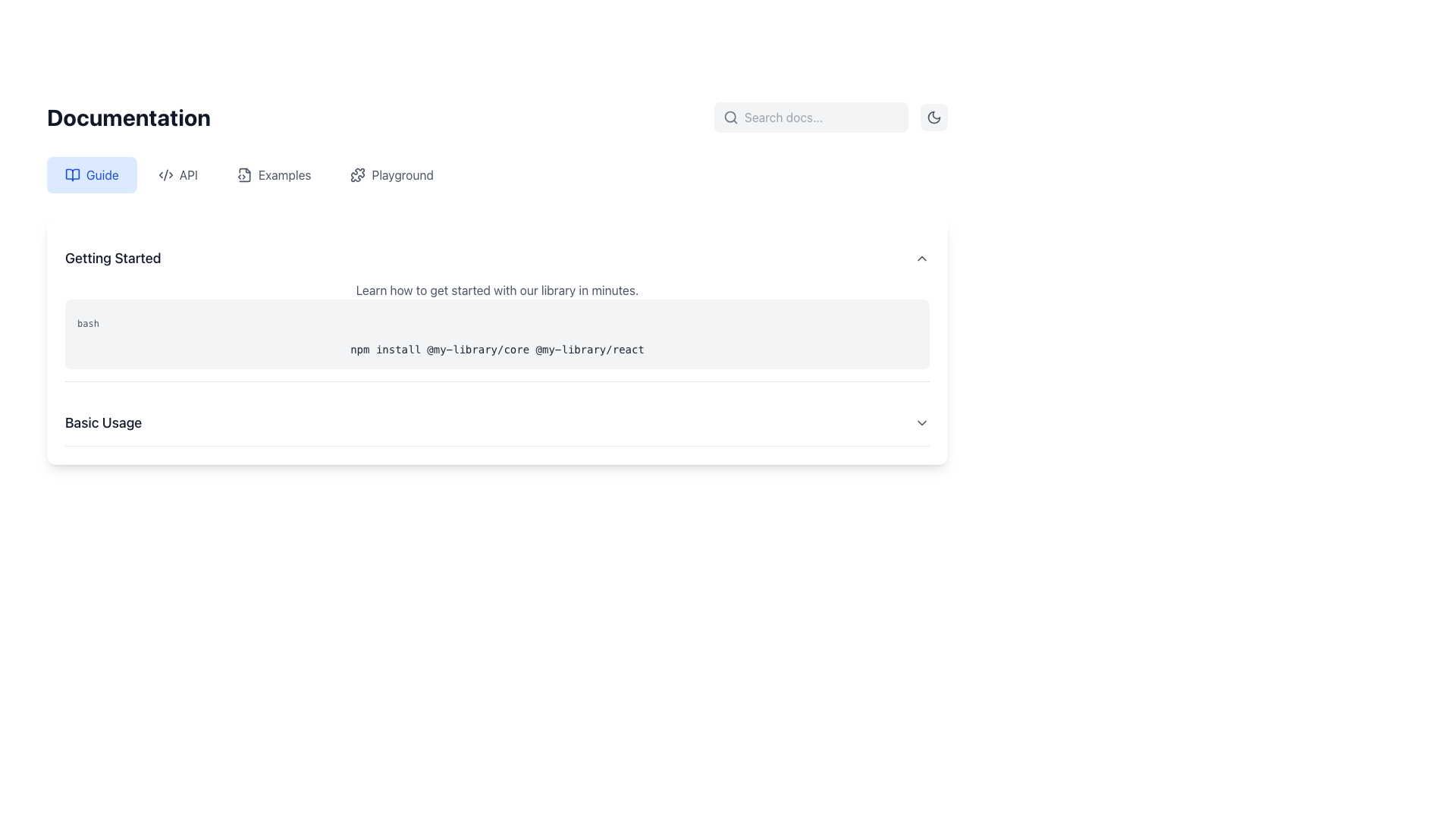 Image resolution: width=1456 pixels, height=819 pixels. Describe the element at coordinates (72, 174) in the screenshot. I see `the Decorative SVG icon representing an open book located in the top-left corner of the interface, part of a grouped icon in the navigation section` at that location.